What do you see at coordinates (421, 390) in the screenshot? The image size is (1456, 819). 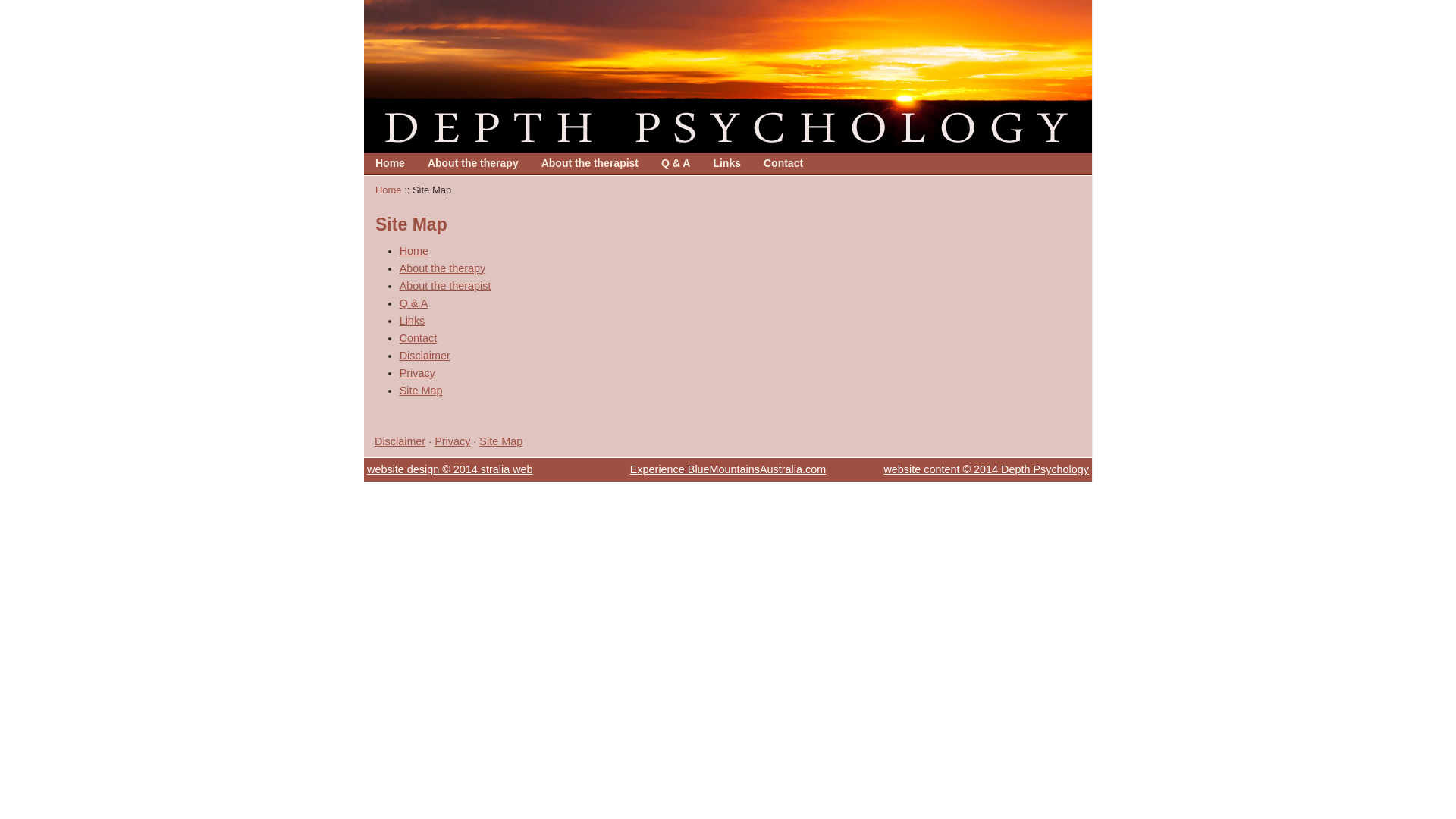 I see `'Site Map'` at bounding box center [421, 390].